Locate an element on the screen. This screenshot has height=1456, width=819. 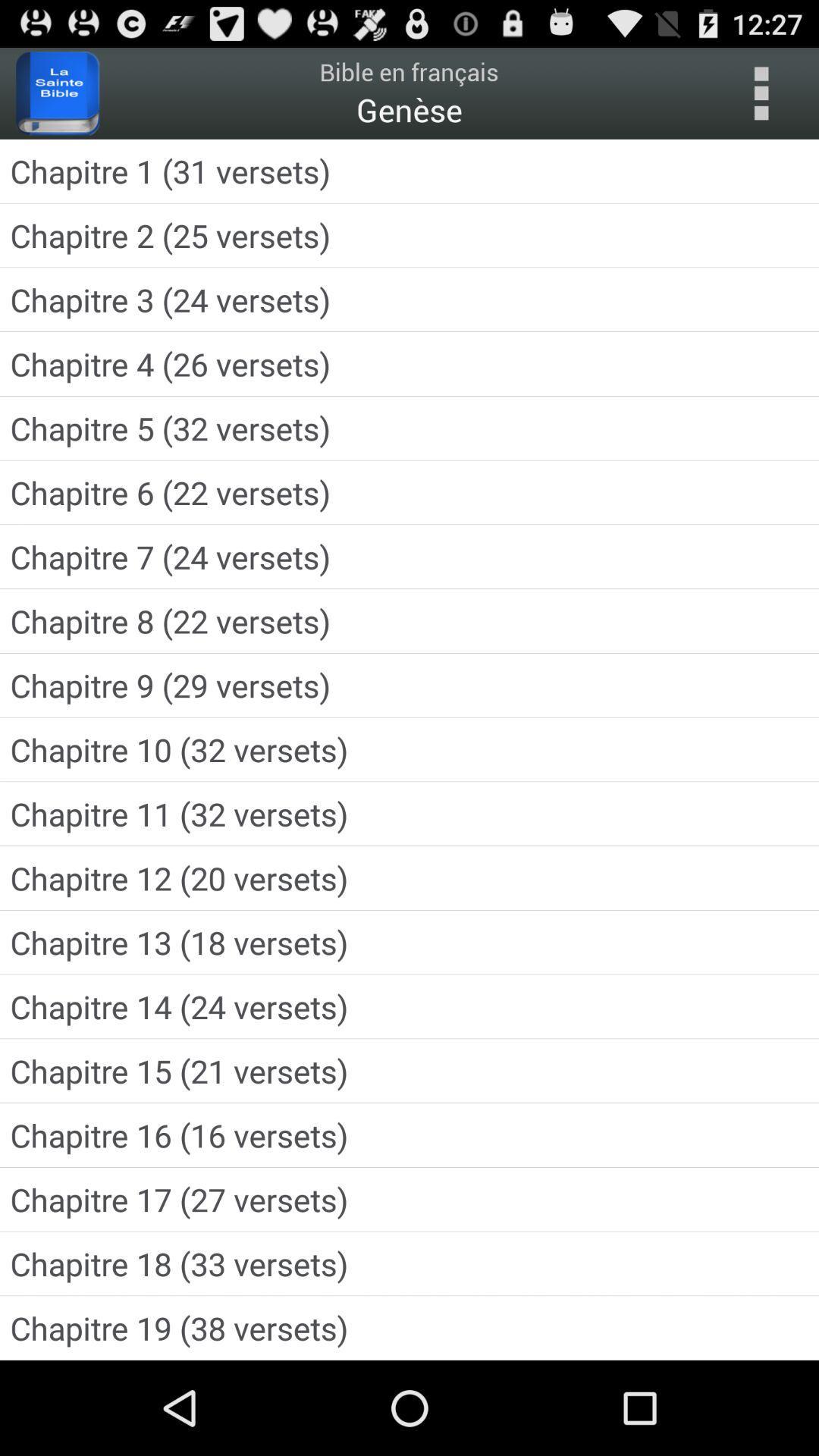
icon above the chapitre 1 31 icon is located at coordinates (57, 93).